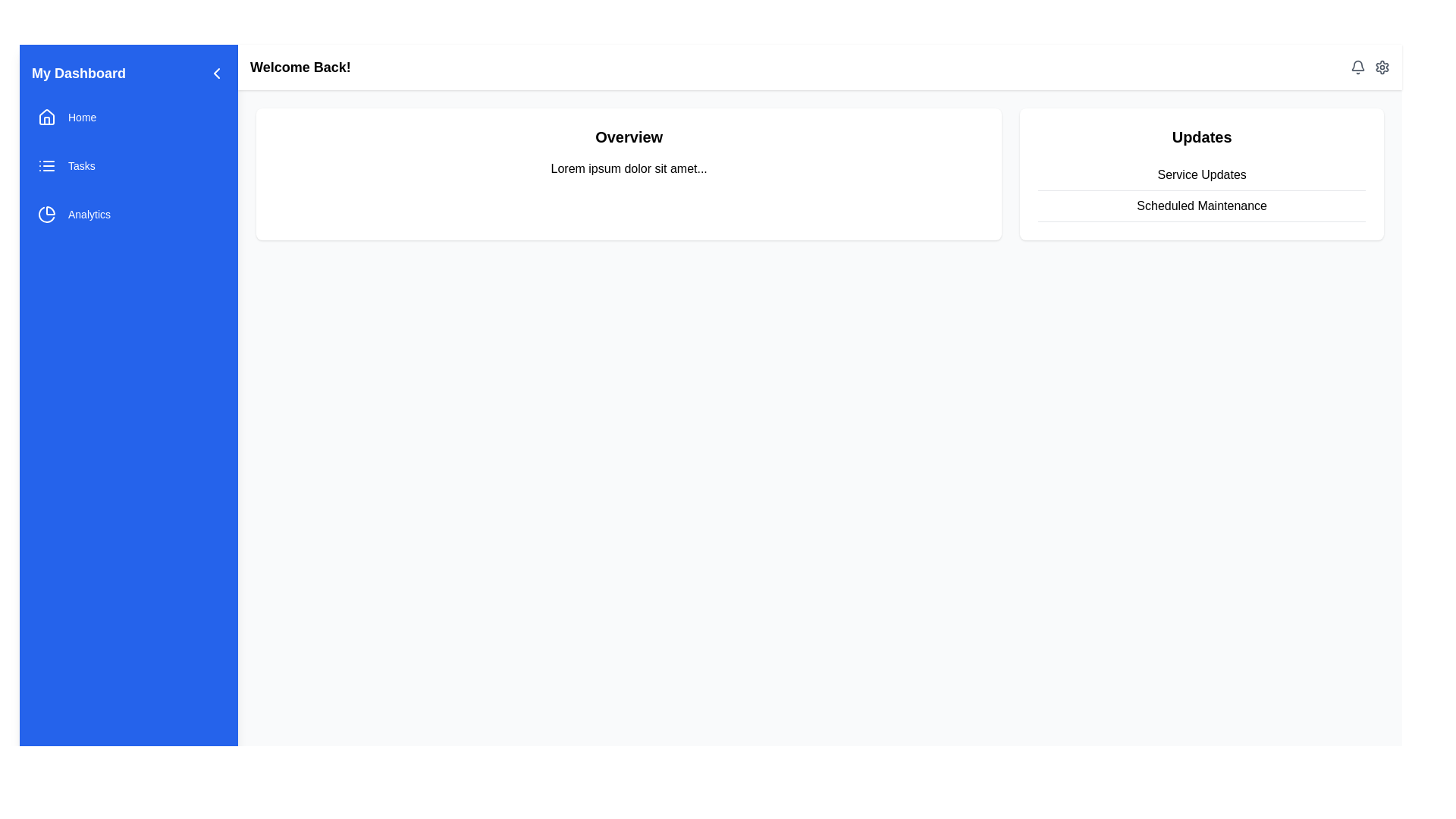 This screenshot has height=819, width=1456. I want to click on the house-shaped icon located in the 'Home' section of the sidebar menu, which is rendered in a white outline on a blue background, so click(47, 116).